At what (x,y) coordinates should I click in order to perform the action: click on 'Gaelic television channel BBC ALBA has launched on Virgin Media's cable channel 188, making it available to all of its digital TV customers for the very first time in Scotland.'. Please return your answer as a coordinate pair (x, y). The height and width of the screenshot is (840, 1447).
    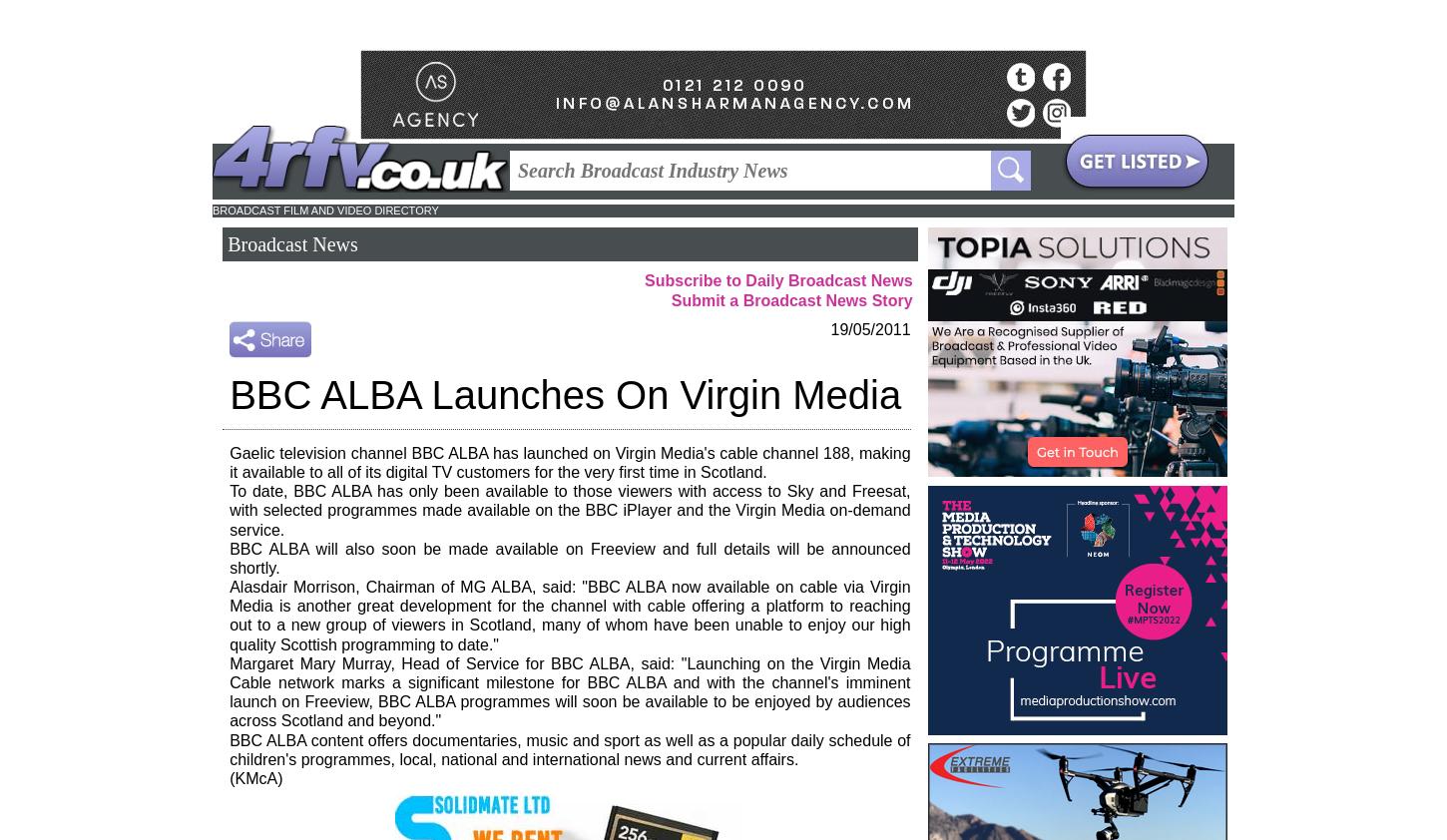
    Looking at the image, I should click on (570, 461).